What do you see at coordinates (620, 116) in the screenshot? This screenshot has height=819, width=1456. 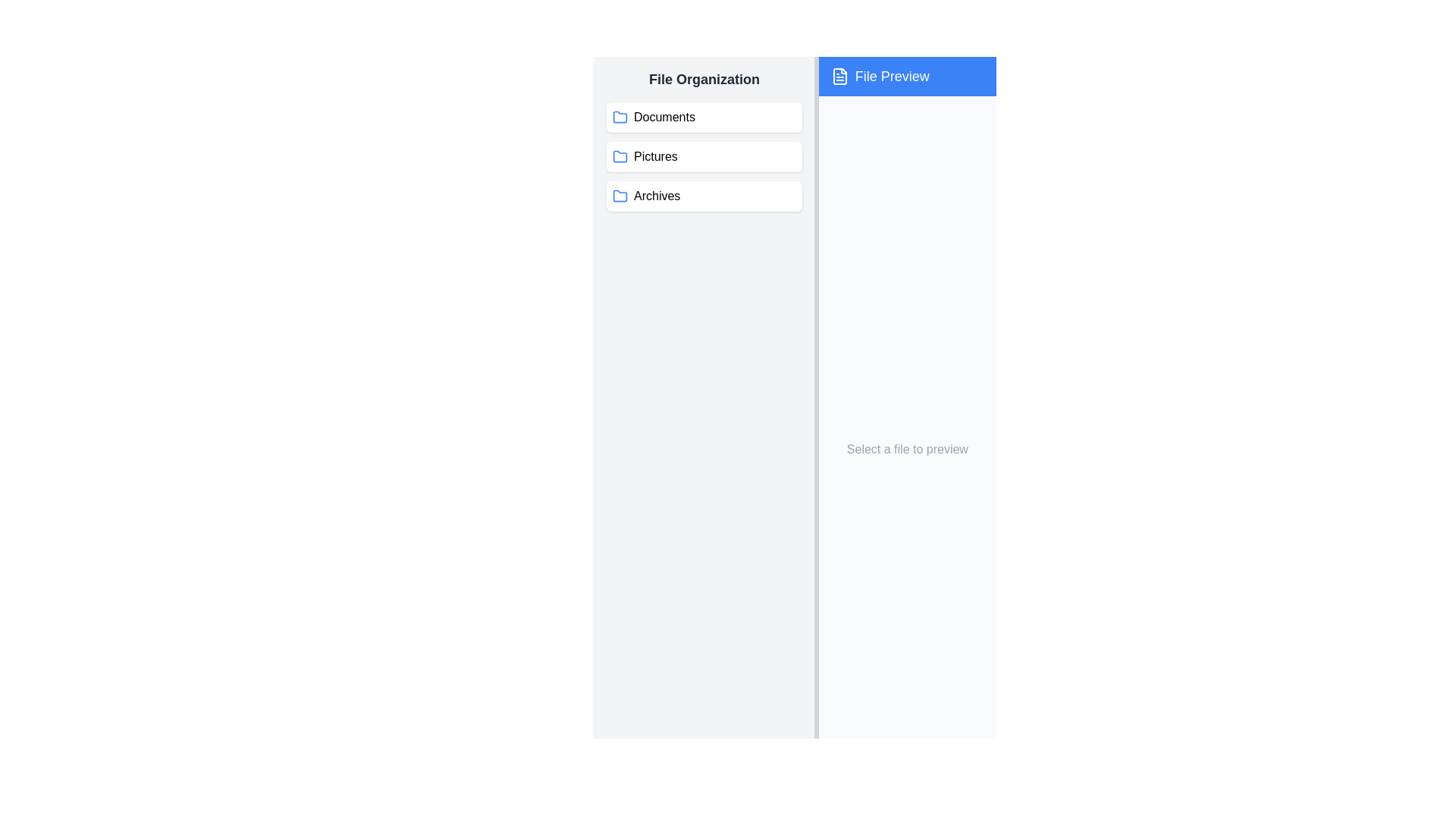 I see `the blue folder icon located to the left of the 'Documents' label within the first entry of the vertical list of folder buttons` at bounding box center [620, 116].